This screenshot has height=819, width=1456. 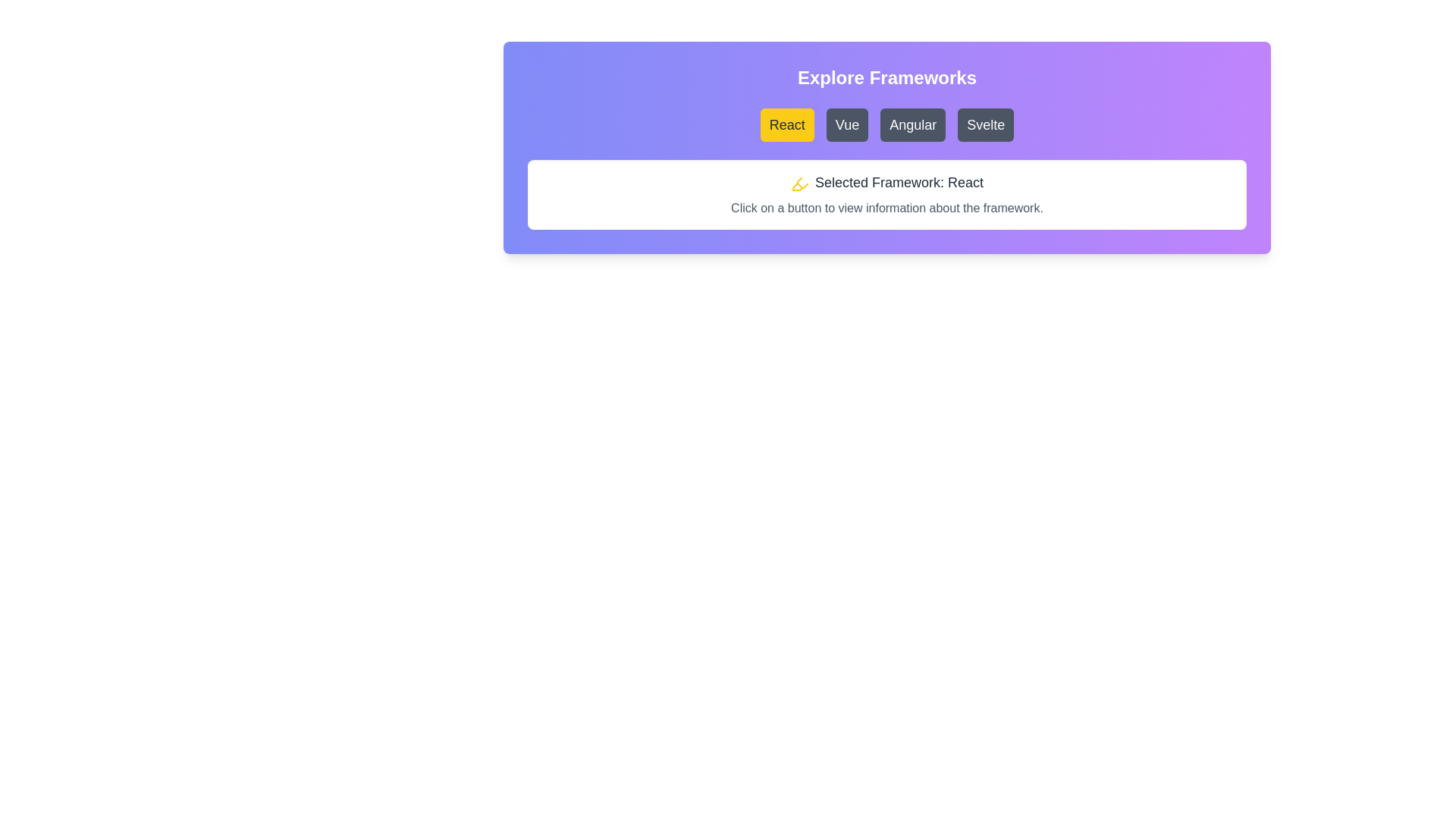 What do you see at coordinates (787, 124) in the screenshot?
I see `the 'React' button located at the top of the interface to trigger a hover effect, possibly a scaling animation` at bounding box center [787, 124].